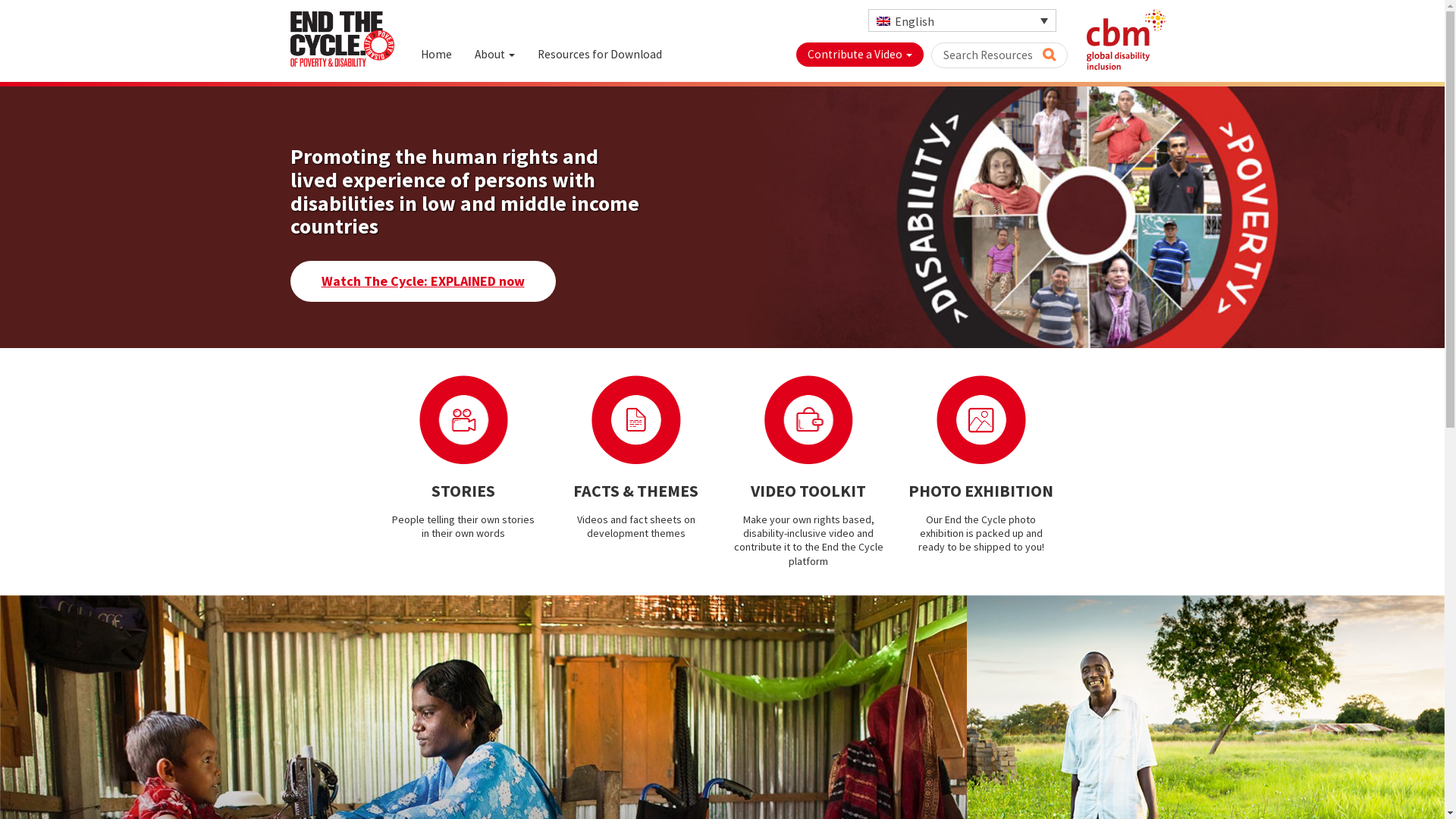  I want to click on 'STORIES, so click(463, 457).